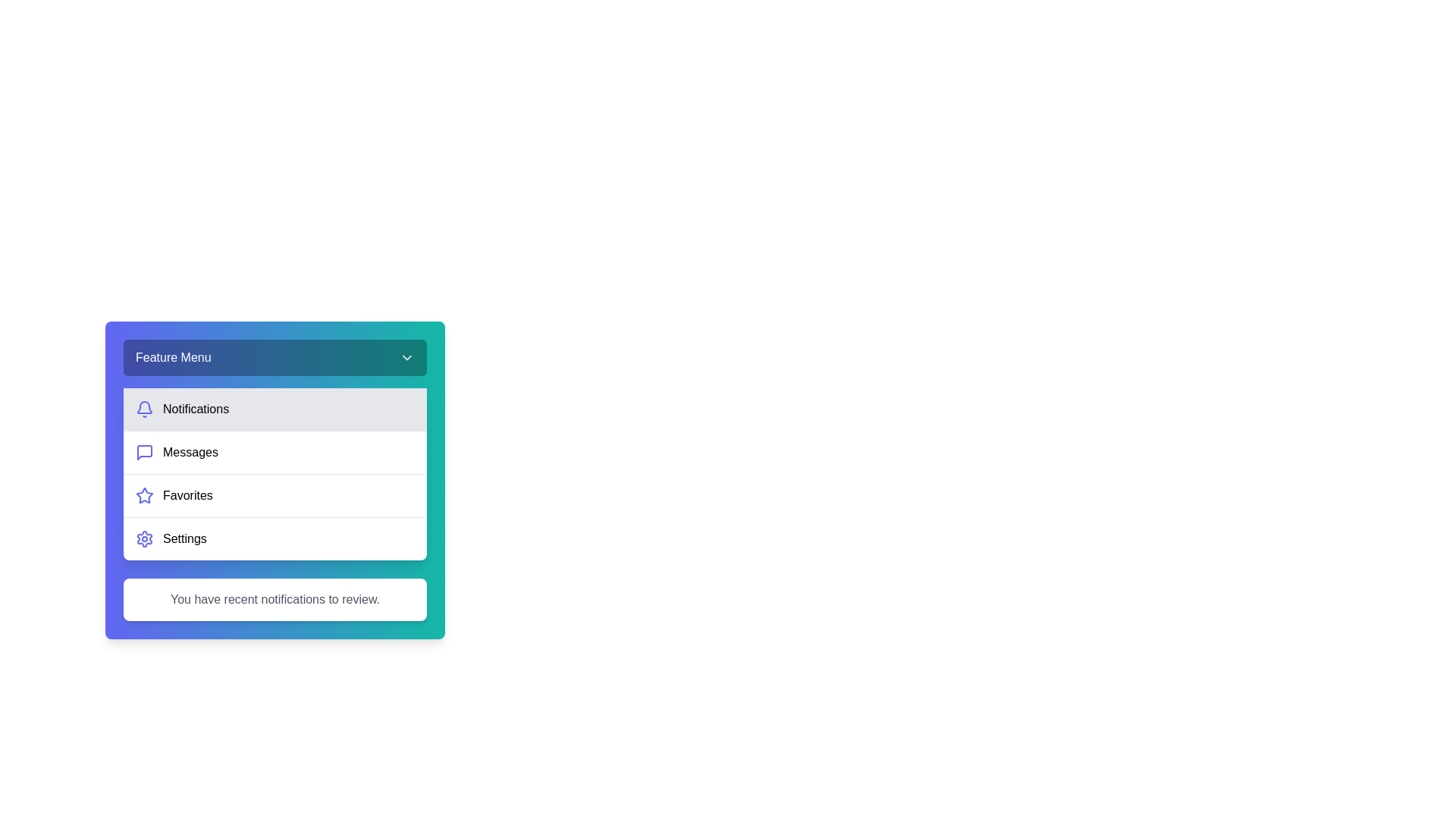 The width and height of the screenshot is (1456, 819). Describe the element at coordinates (275, 451) in the screenshot. I see `the navigation button` at that location.